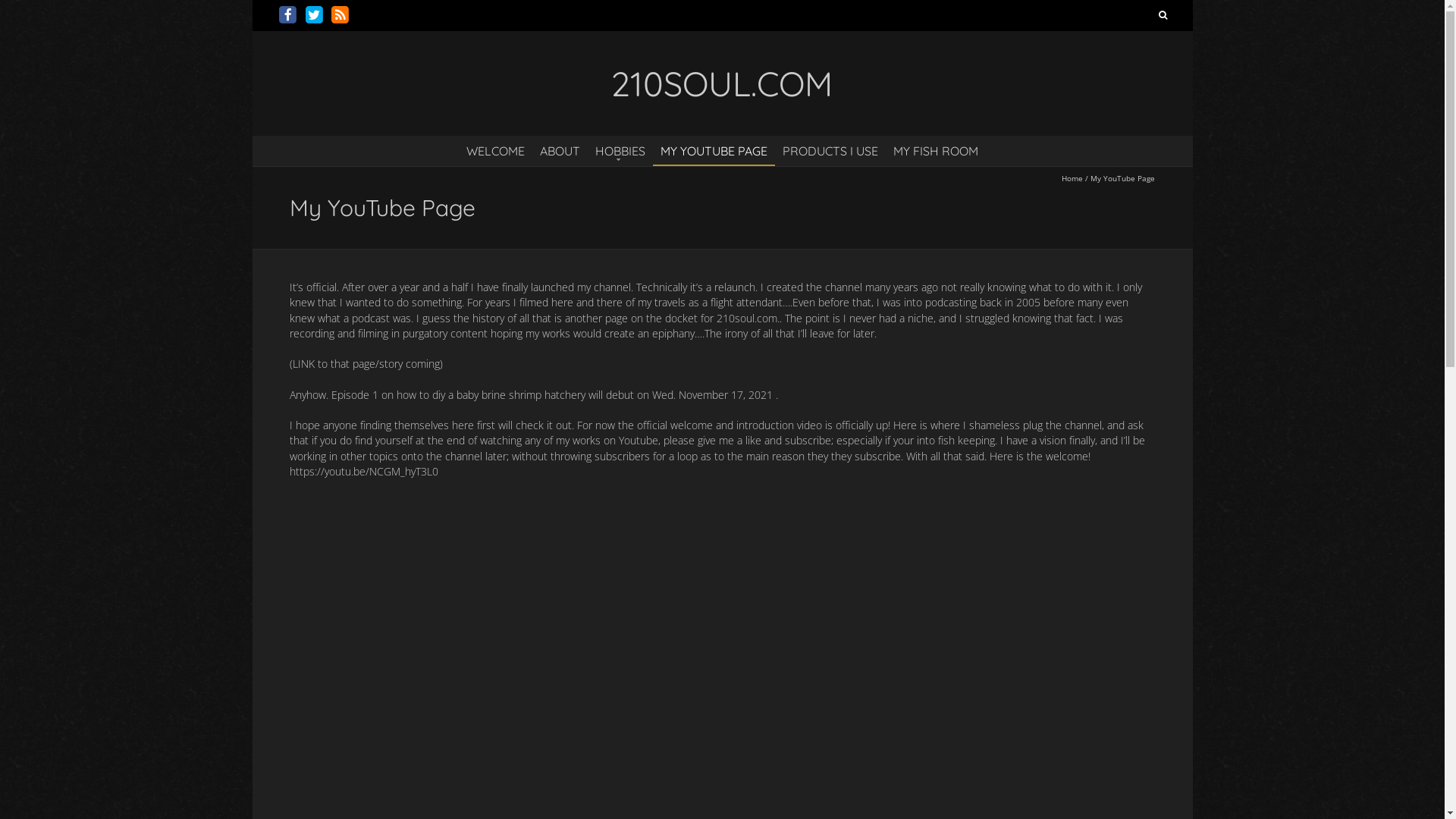  What do you see at coordinates (775, 149) in the screenshot?
I see `'PRODUCTS I USE'` at bounding box center [775, 149].